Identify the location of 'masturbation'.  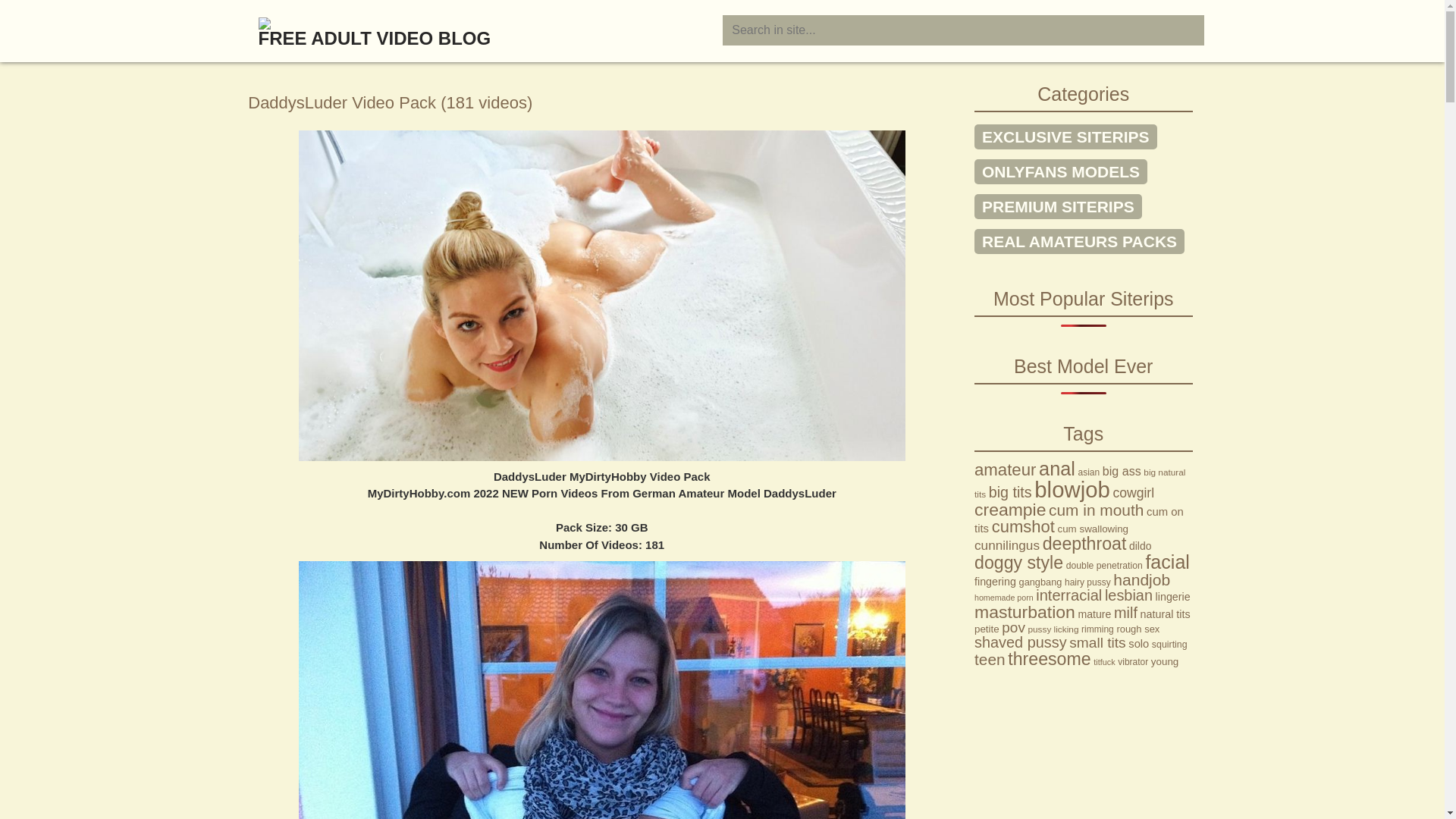
(1025, 610).